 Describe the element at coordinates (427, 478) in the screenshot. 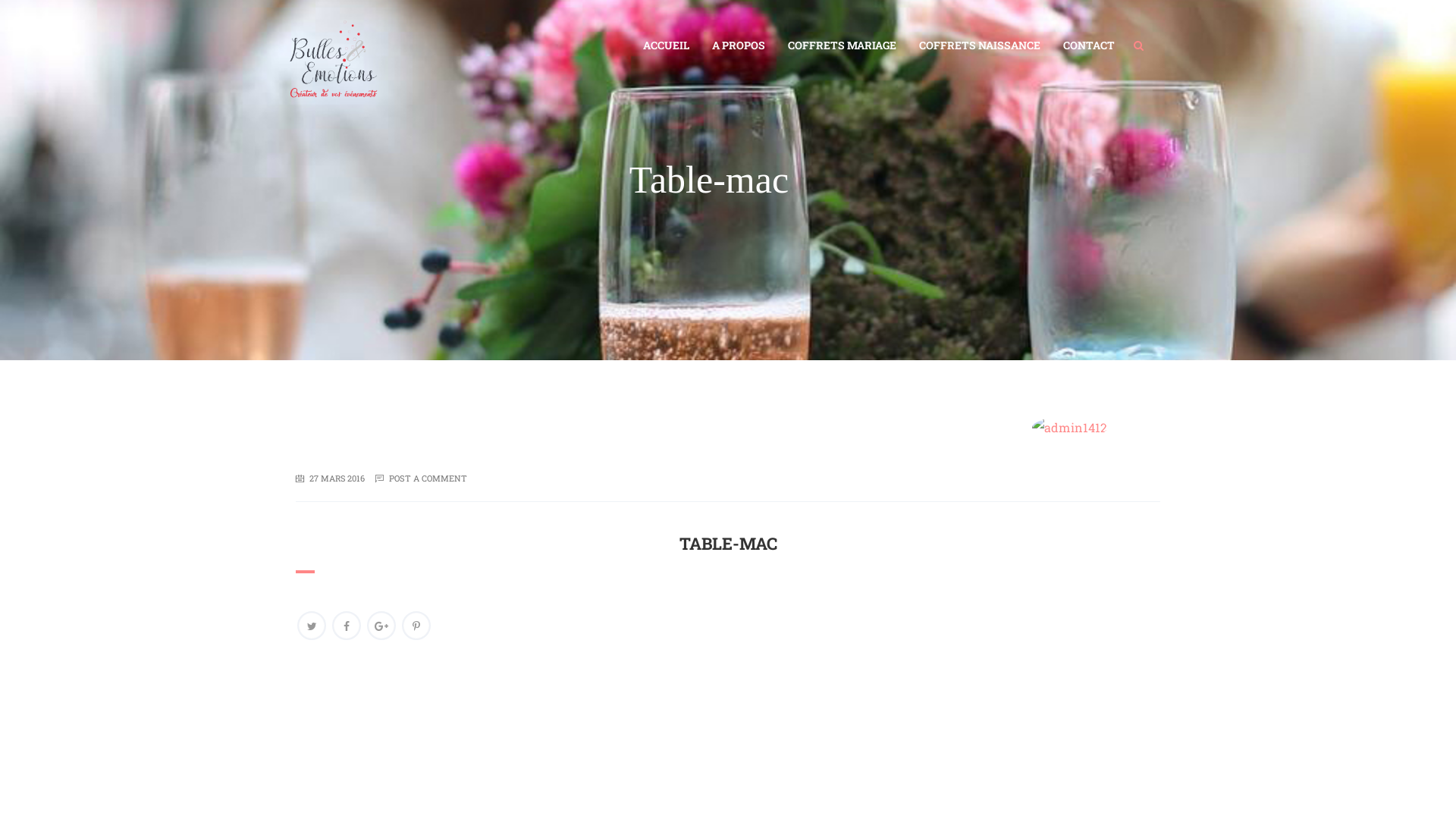

I see `'POST A COMMENT'` at that location.